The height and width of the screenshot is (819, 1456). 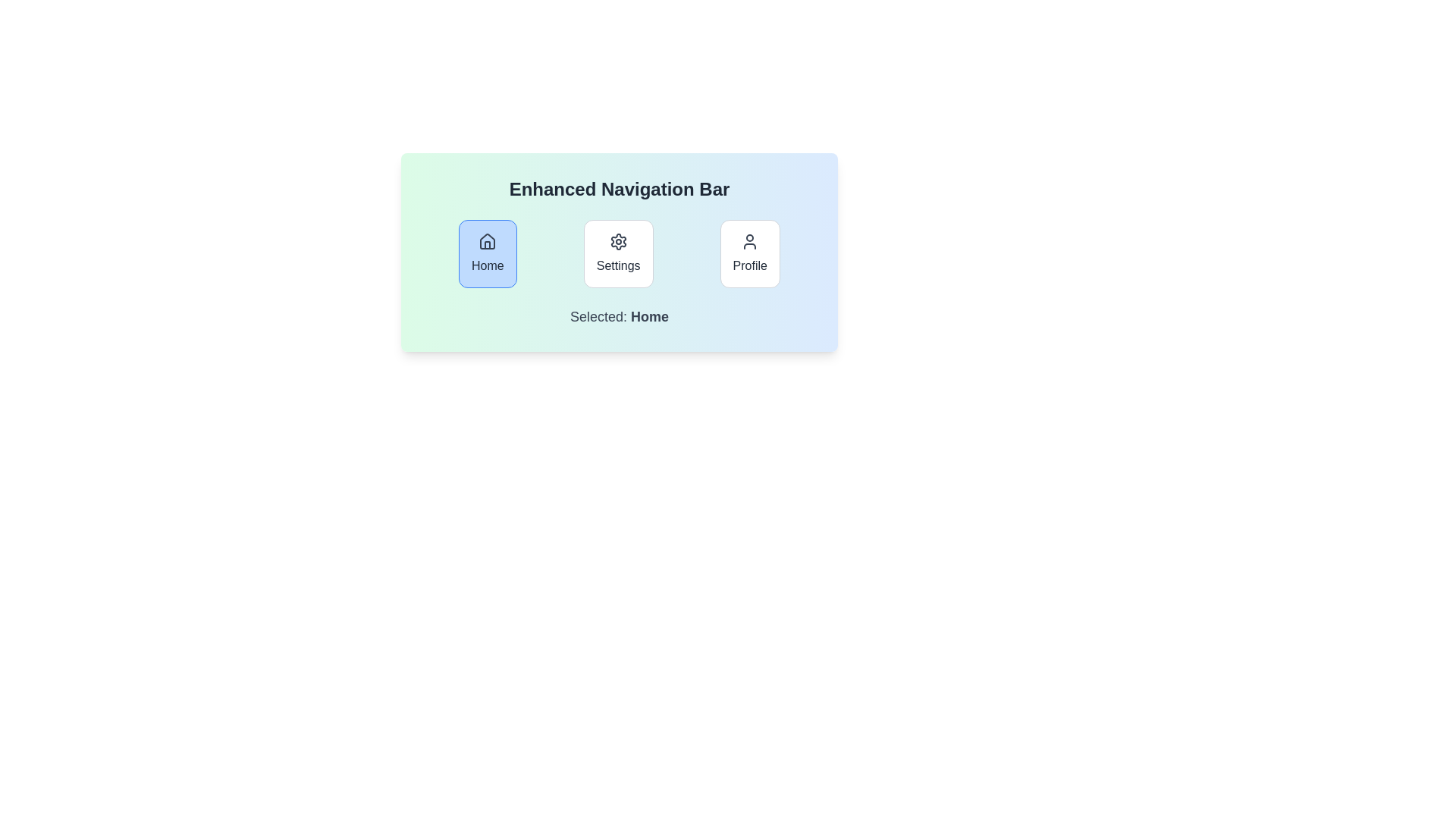 What do you see at coordinates (750, 265) in the screenshot?
I see `the 'Profile' text label in the navigation menu which is located beneath the person icon` at bounding box center [750, 265].